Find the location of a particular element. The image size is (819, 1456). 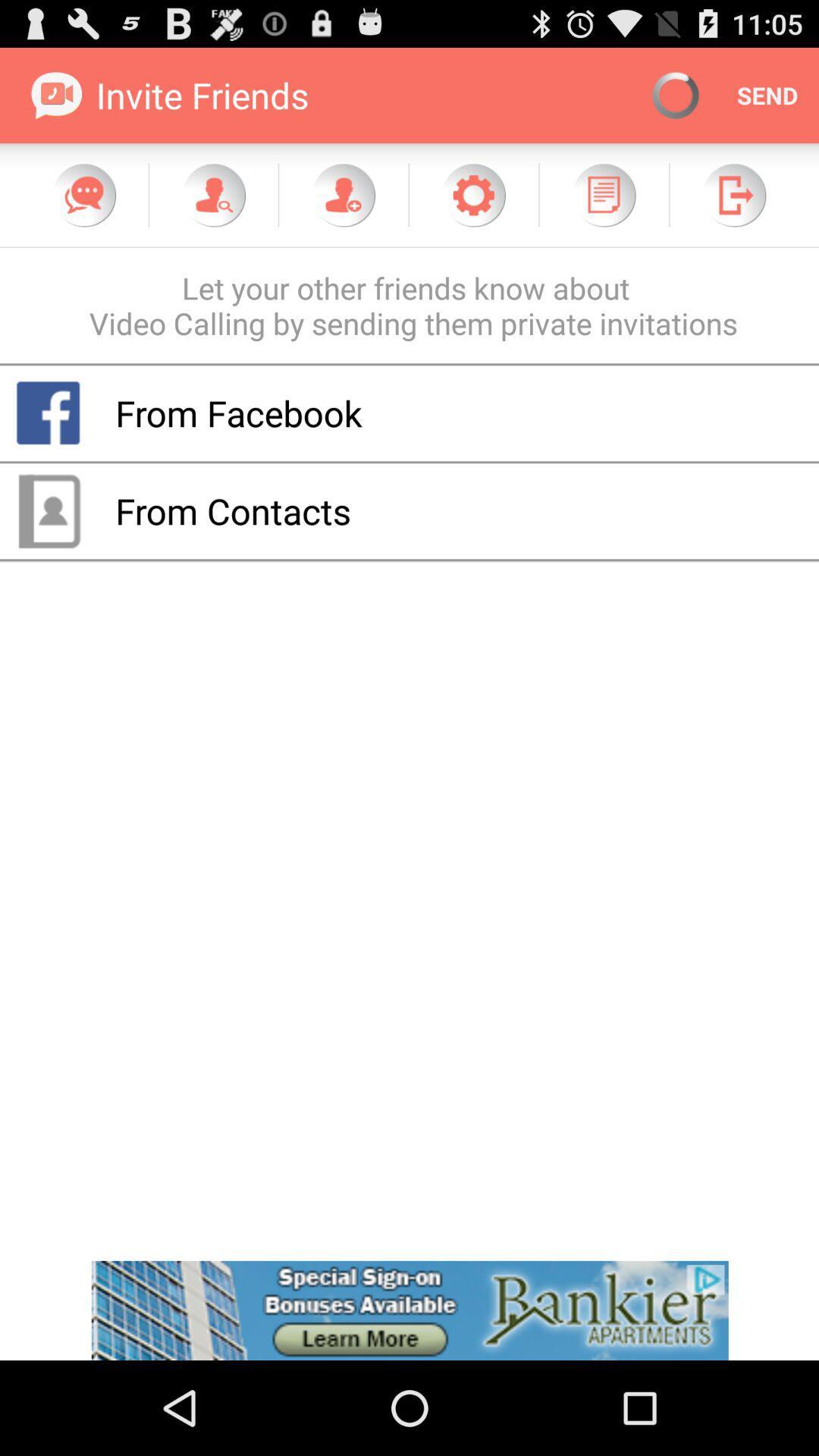

switch messaging option is located at coordinates (84, 194).